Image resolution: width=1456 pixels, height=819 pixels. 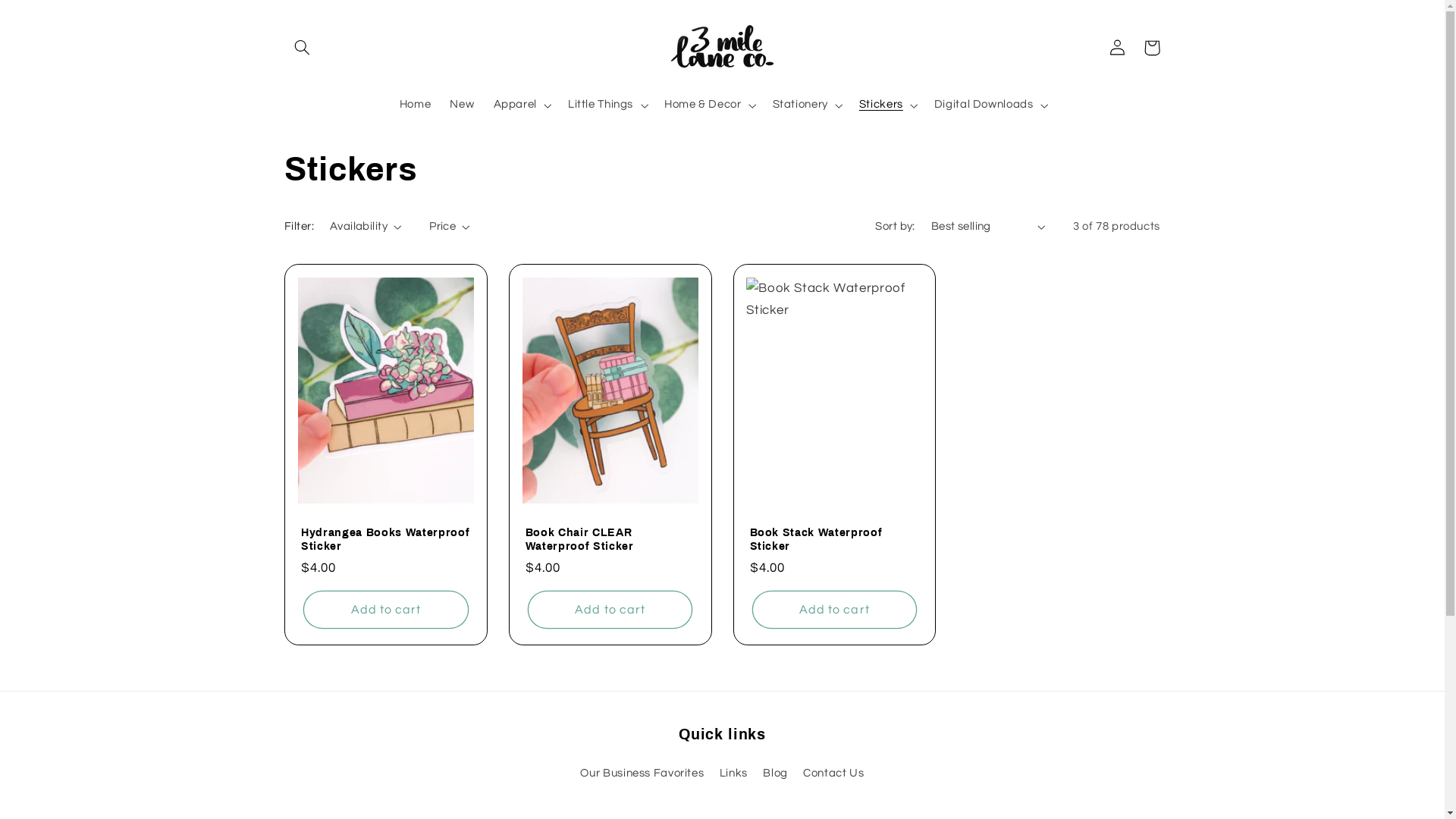 I want to click on 'Contact Us', so click(x=802, y=773).